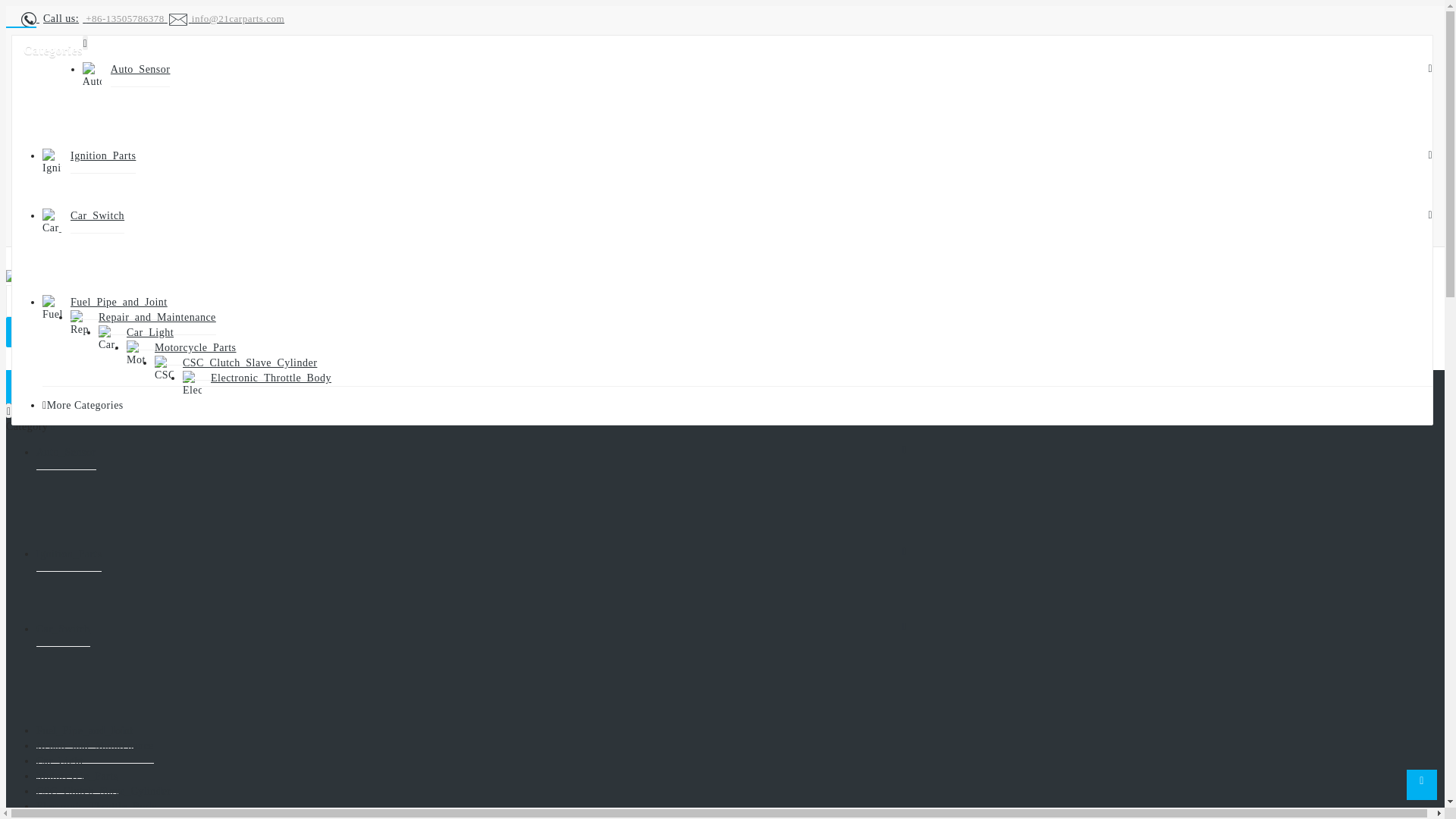 Image resolution: width=1456 pixels, height=819 pixels. What do you see at coordinates (109, 70) in the screenshot?
I see `'Auto_Sensor'` at bounding box center [109, 70].